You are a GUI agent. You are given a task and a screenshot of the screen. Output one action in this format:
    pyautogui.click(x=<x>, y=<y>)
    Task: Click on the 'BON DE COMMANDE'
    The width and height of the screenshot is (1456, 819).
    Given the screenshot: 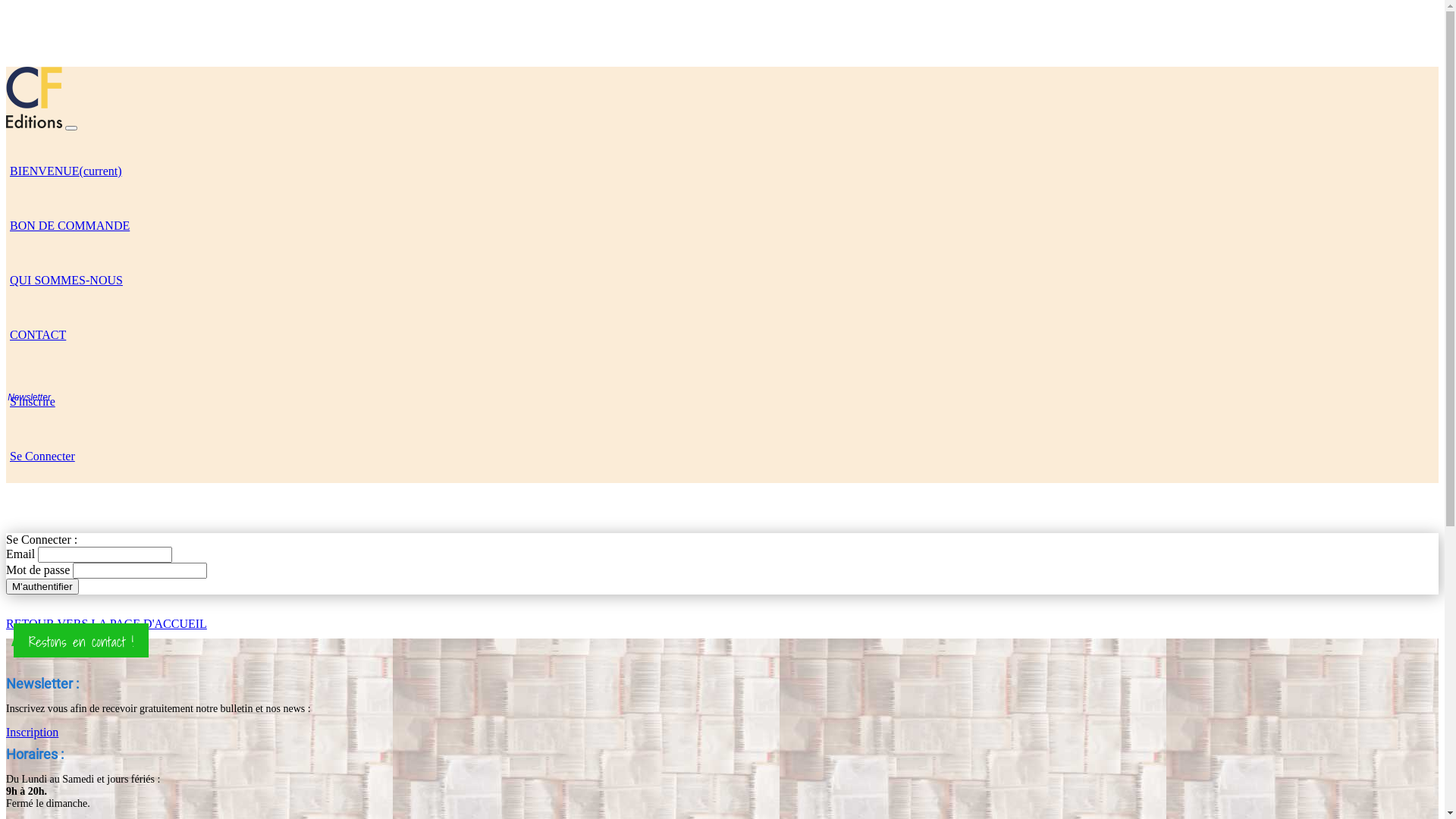 What is the action you would take?
    pyautogui.click(x=68, y=224)
    